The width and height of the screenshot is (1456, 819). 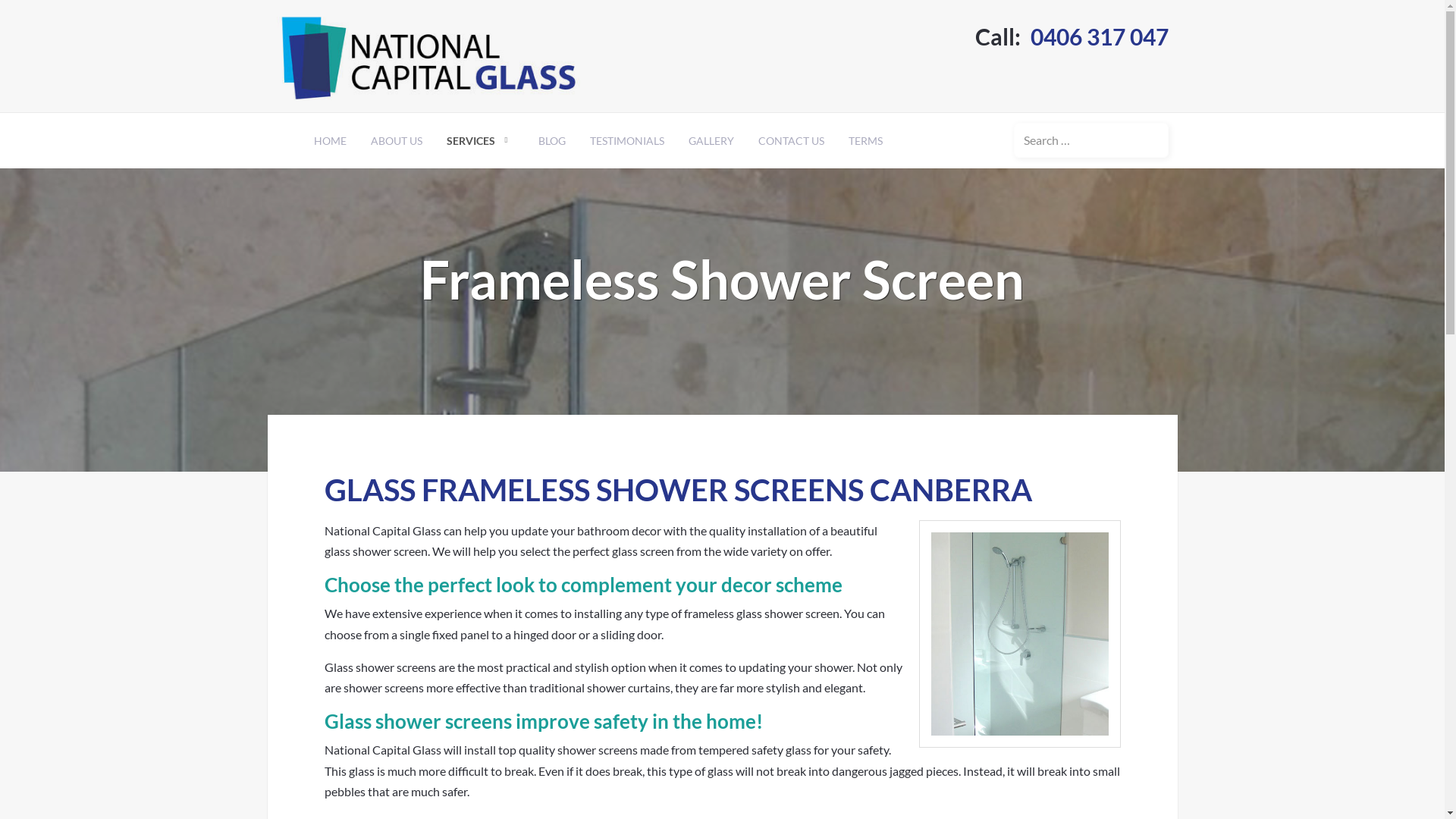 I want to click on 'CONTACT US', so click(x=790, y=140).